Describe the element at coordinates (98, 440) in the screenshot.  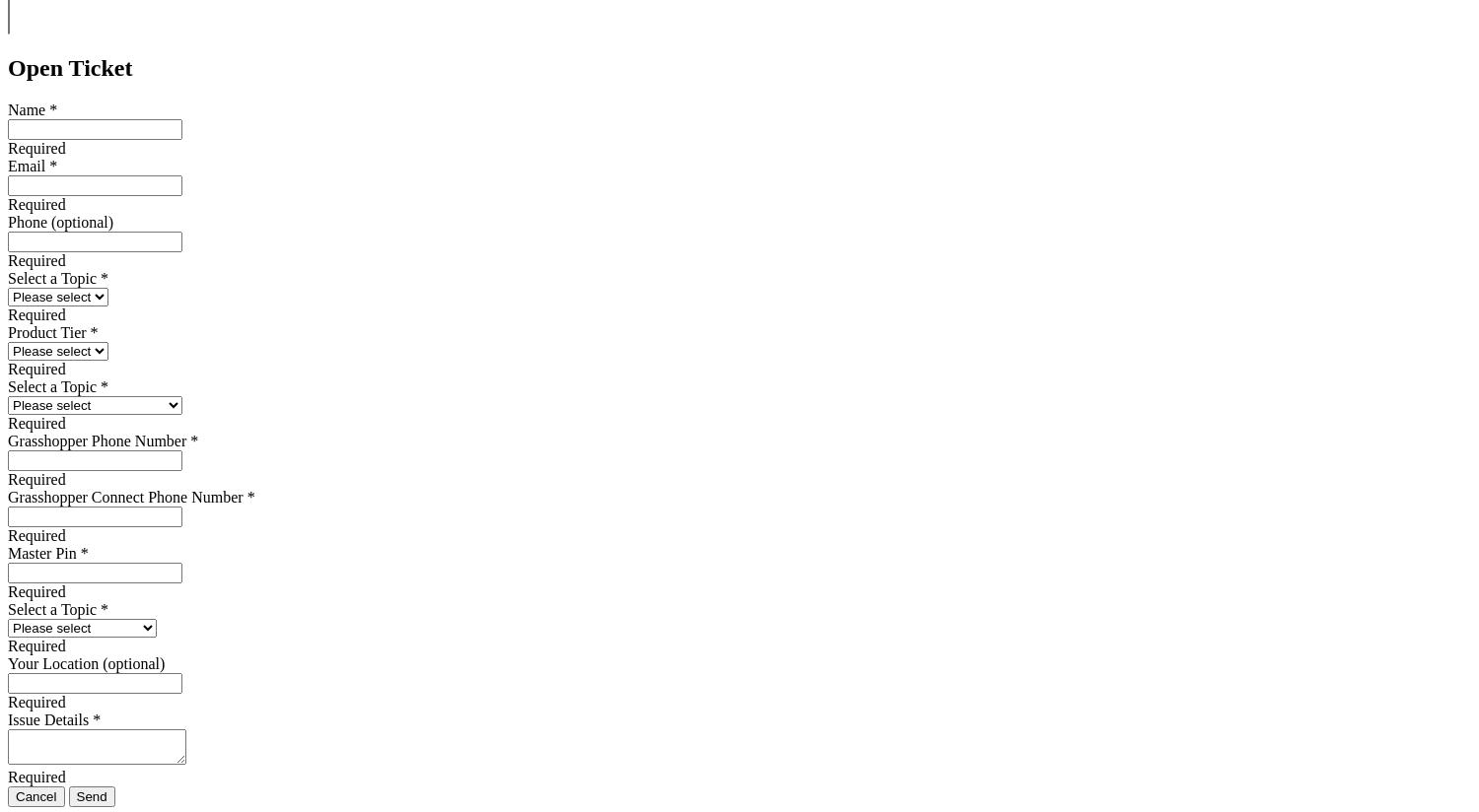
I see `'Grasshopper Phone Number'` at that location.